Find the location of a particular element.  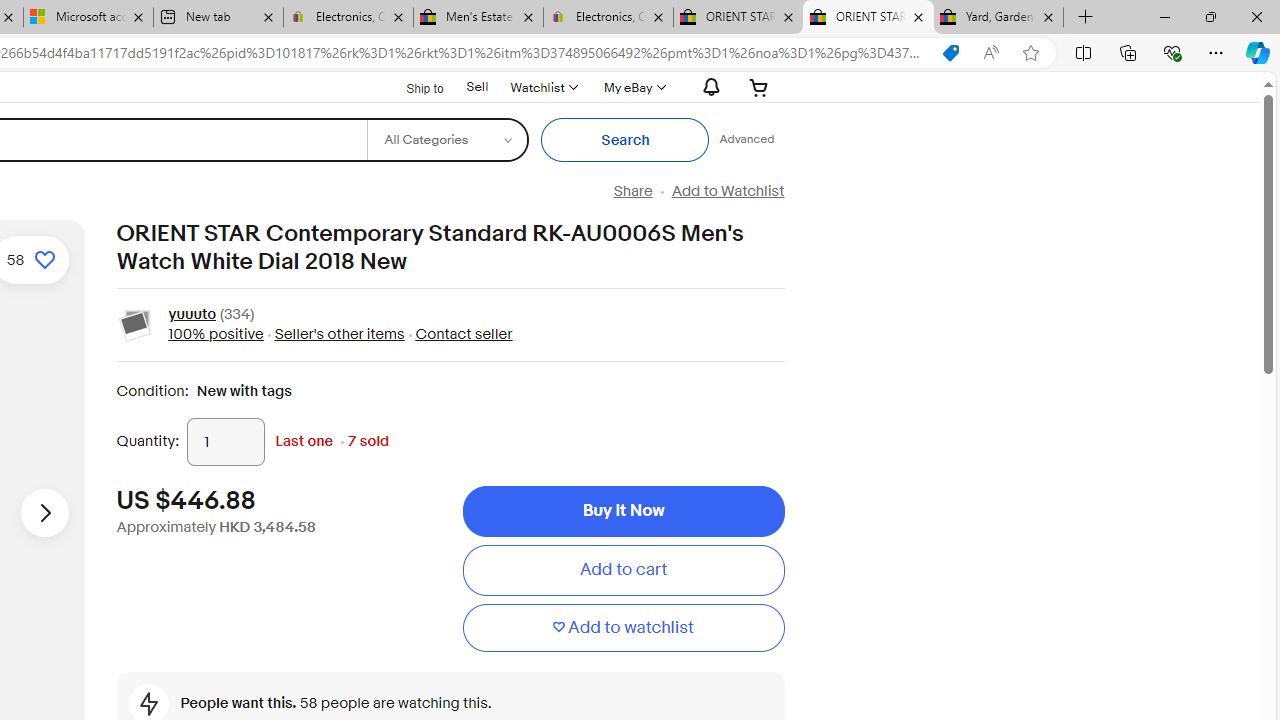

'Watchlist' is located at coordinates (543, 86).